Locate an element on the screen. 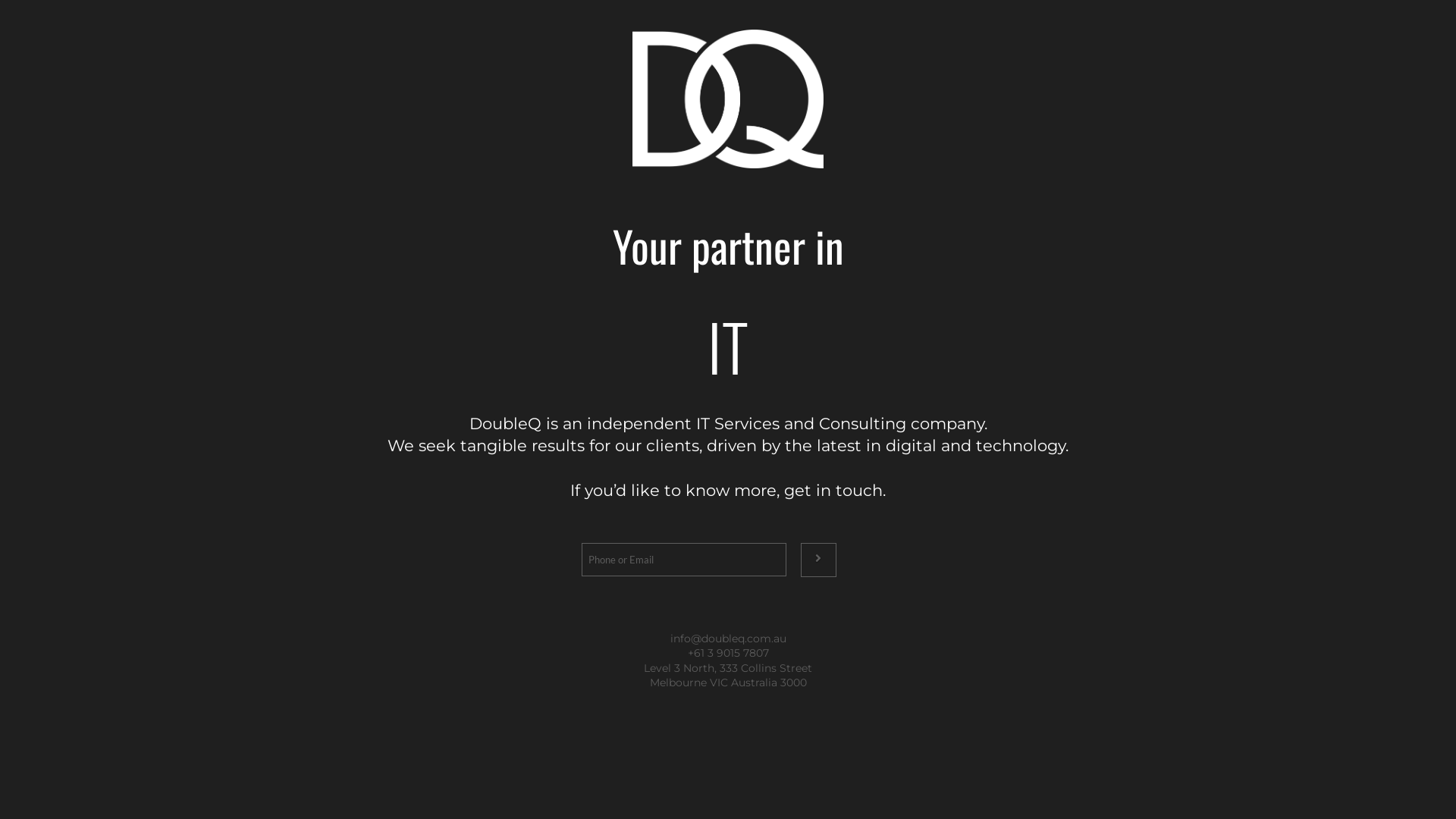 The height and width of the screenshot is (819, 1456). '+61 3 9015 7807' is located at coordinates (726, 651).